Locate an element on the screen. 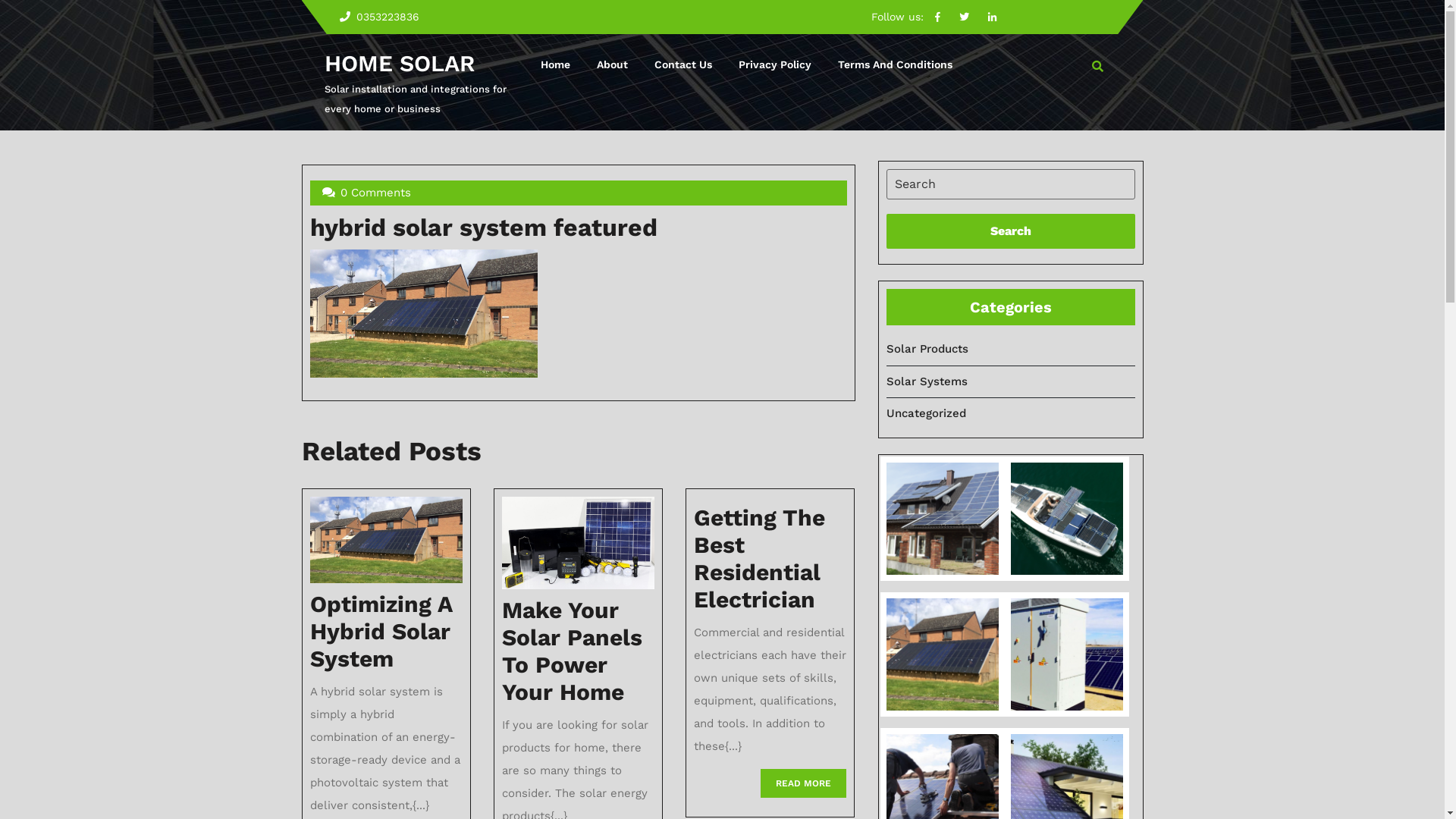 The width and height of the screenshot is (1456, 819). 'Twitter' is located at coordinates (963, 16).